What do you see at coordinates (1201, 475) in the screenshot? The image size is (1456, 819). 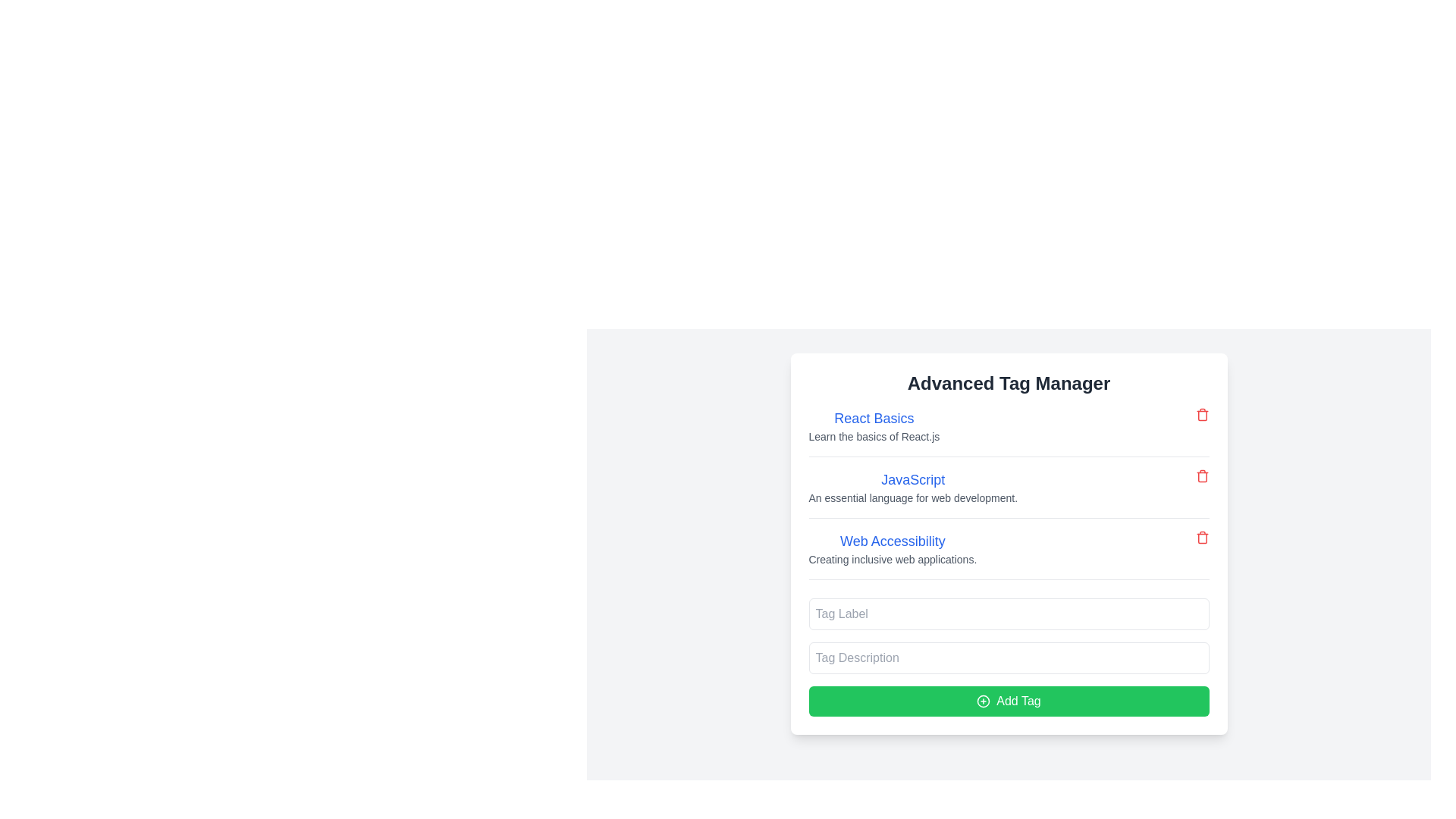 I see `the icon button located to the far right of the 'JavaScript' text section` at bounding box center [1201, 475].